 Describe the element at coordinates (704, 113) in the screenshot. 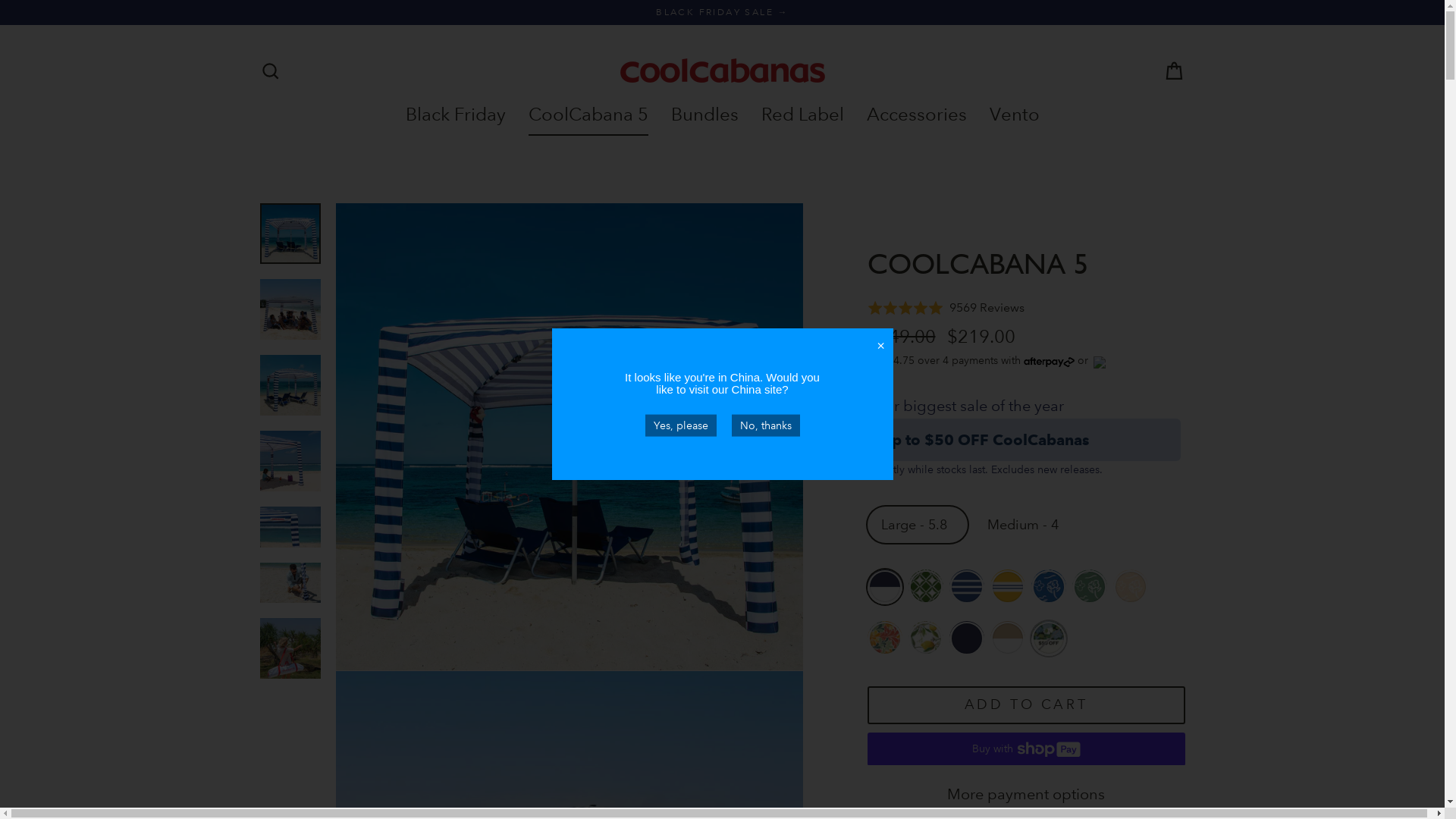

I see `'Bundles'` at that location.